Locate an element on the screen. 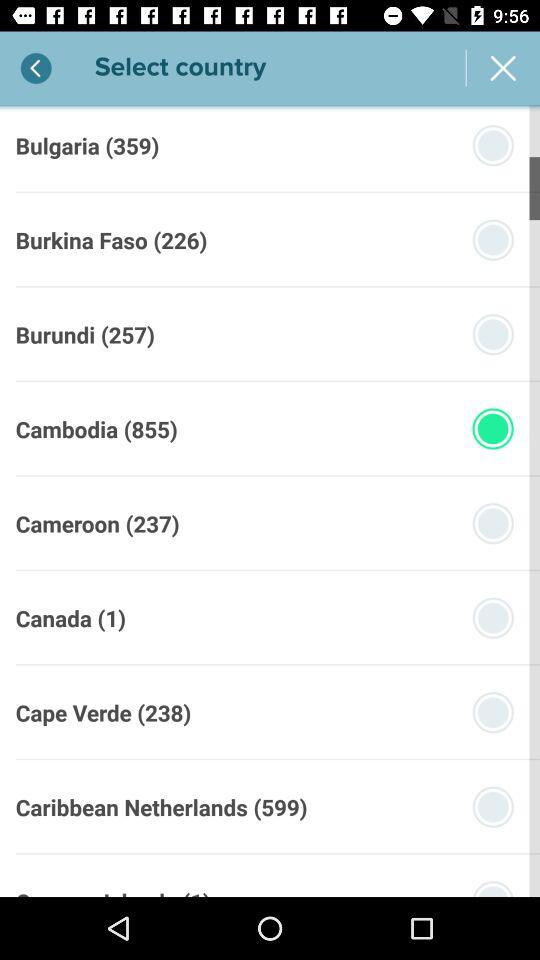  go back is located at coordinates (36, 68).